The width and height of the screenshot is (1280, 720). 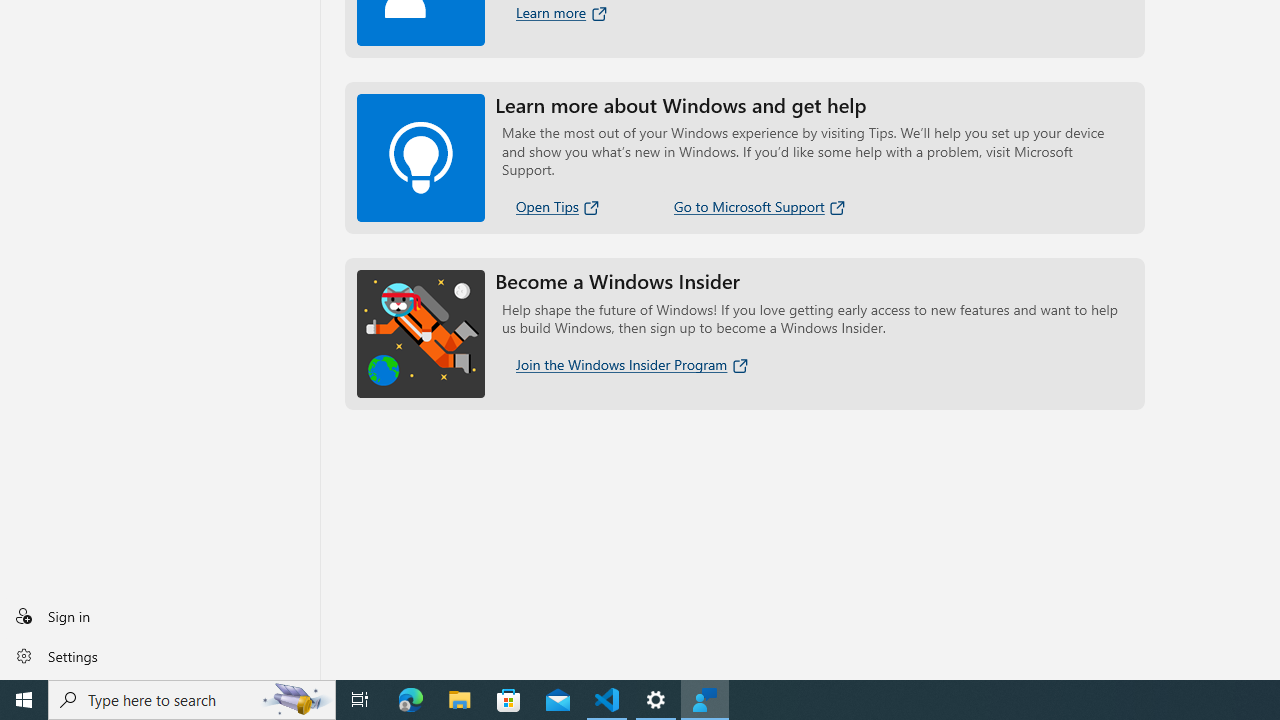 I want to click on 'Type here to search', so click(x=192, y=698).